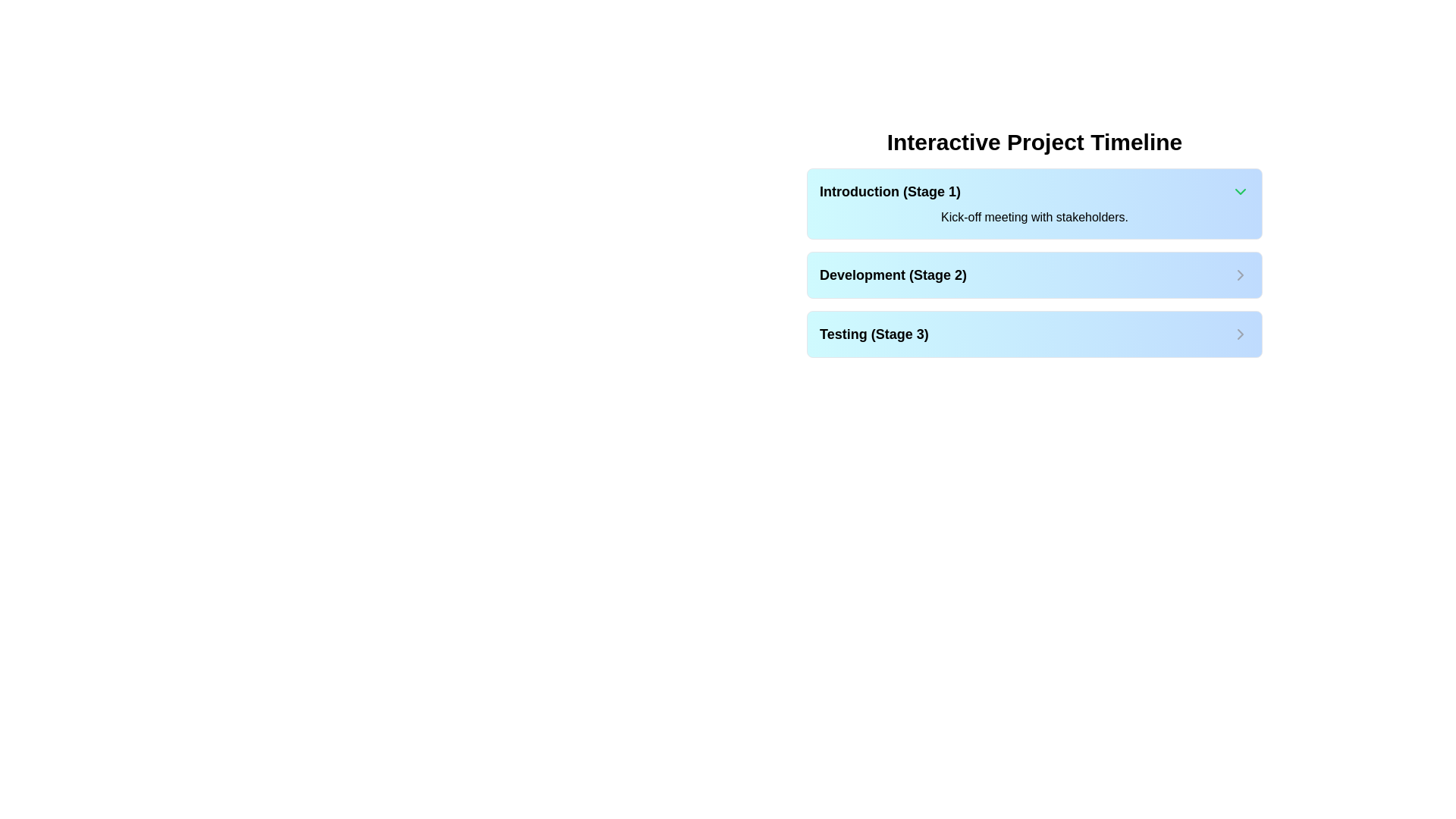 Image resolution: width=1456 pixels, height=819 pixels. What do you see at coordinates (893, 275) in the screenshot?
I see `static text label for the 'Development (Stage 2)' section in the interactive timeline, which provides information about this stage and acts as a visual indicator within the timeline structure` at bounding box center [893, 275].